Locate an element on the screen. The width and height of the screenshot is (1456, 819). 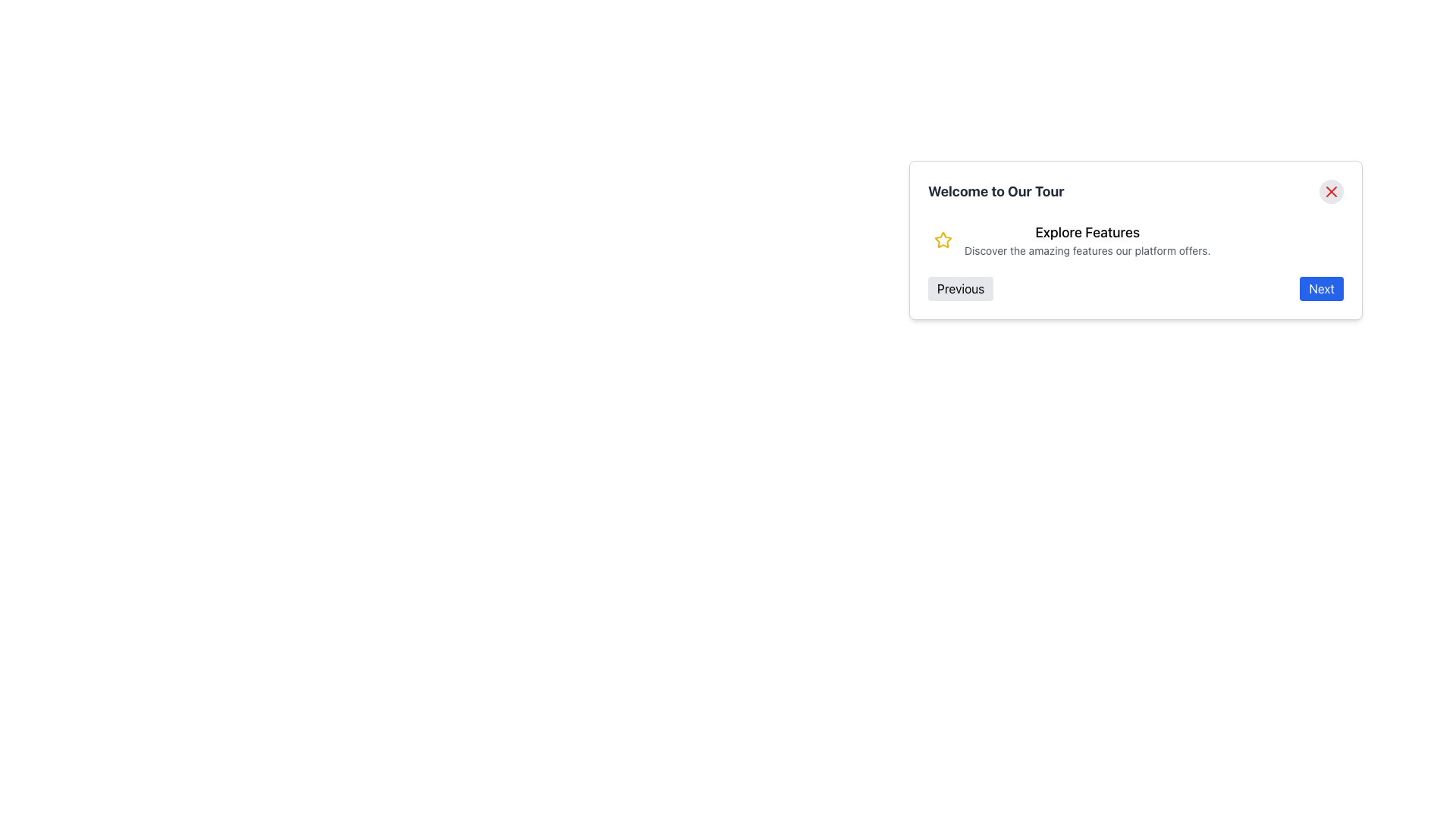
the bold text reading 'Welcome to Our Tour' located at the top of a pop-up modal interface, prominently displayed and to the left of the close button is located at coordinates (996, 191).